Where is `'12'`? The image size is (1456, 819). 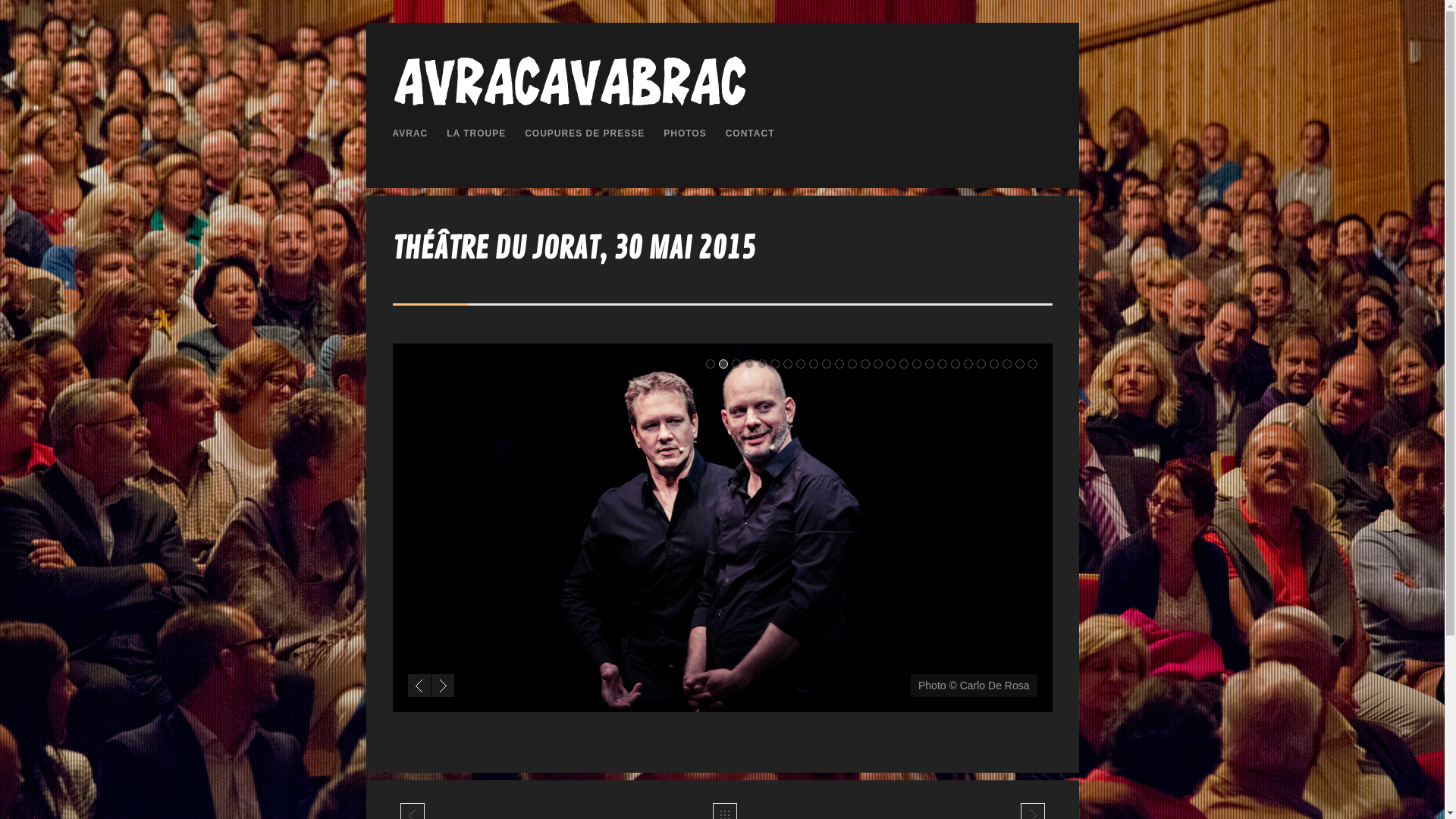
'12' is located at coordinates (852, 363).